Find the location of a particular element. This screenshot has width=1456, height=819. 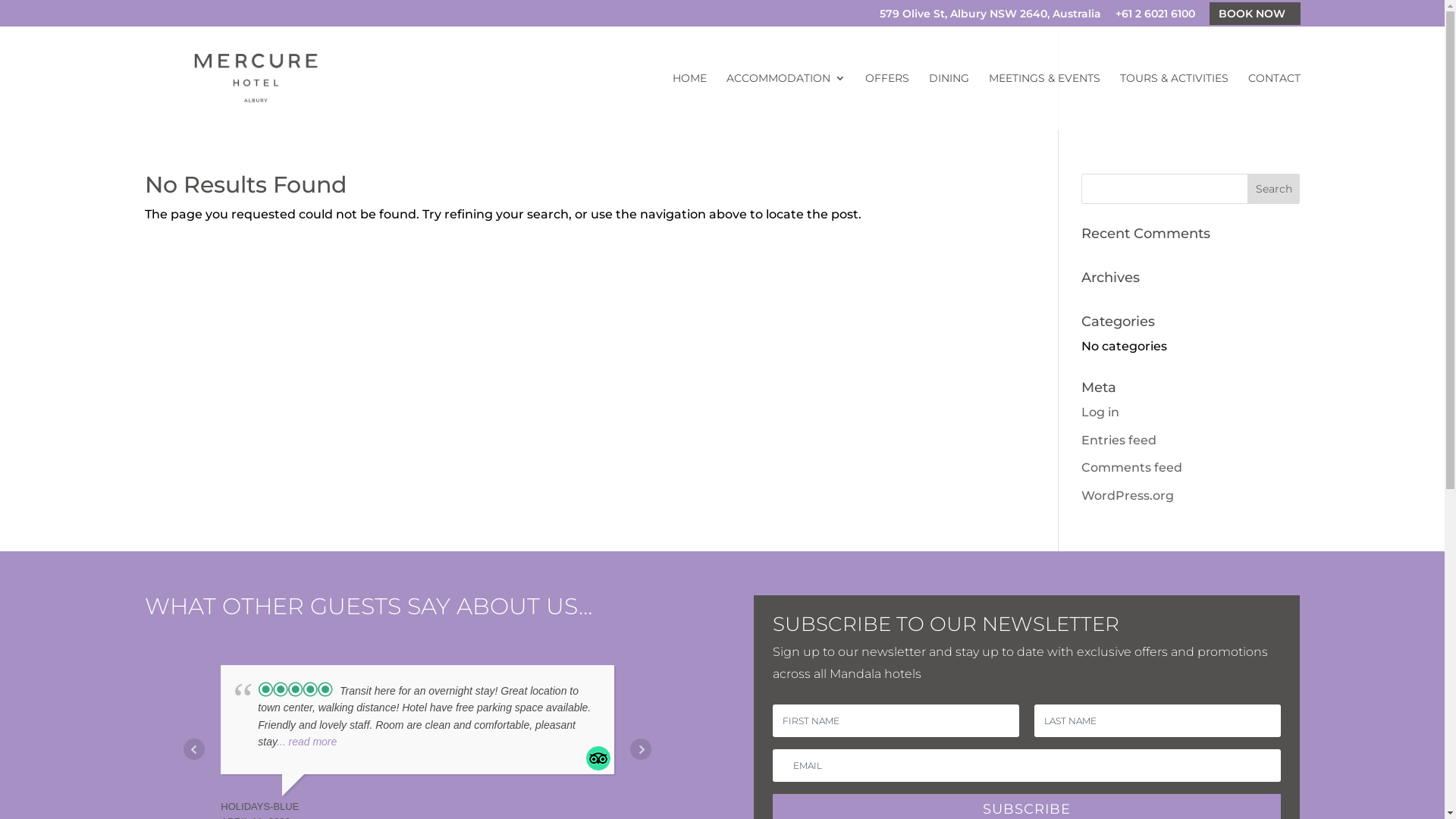

'MEETINGS & EVENTS' is located at coordinates (1043, 101).